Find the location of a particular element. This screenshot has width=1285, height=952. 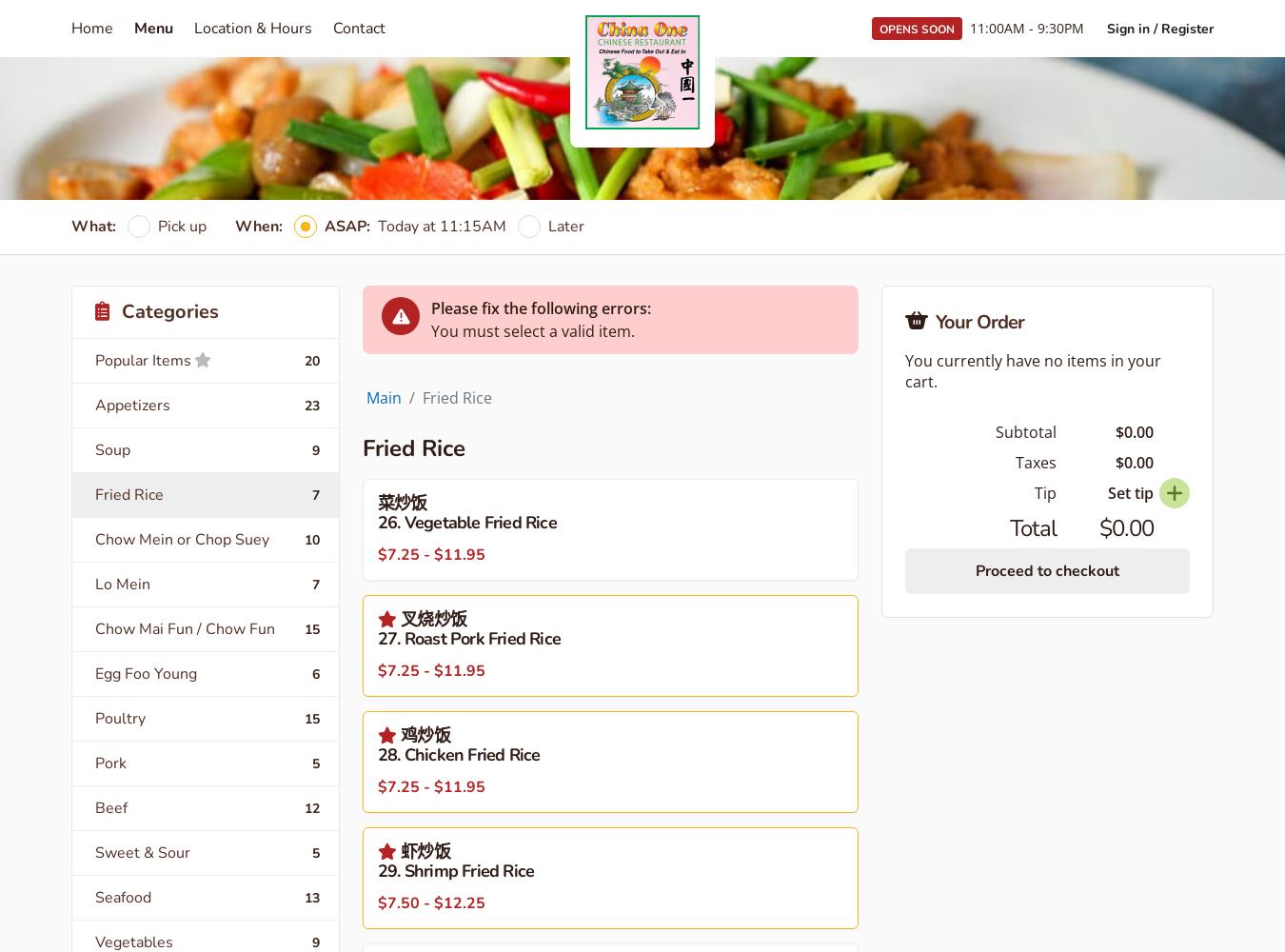

'23' is located at coordinates (311, 405).